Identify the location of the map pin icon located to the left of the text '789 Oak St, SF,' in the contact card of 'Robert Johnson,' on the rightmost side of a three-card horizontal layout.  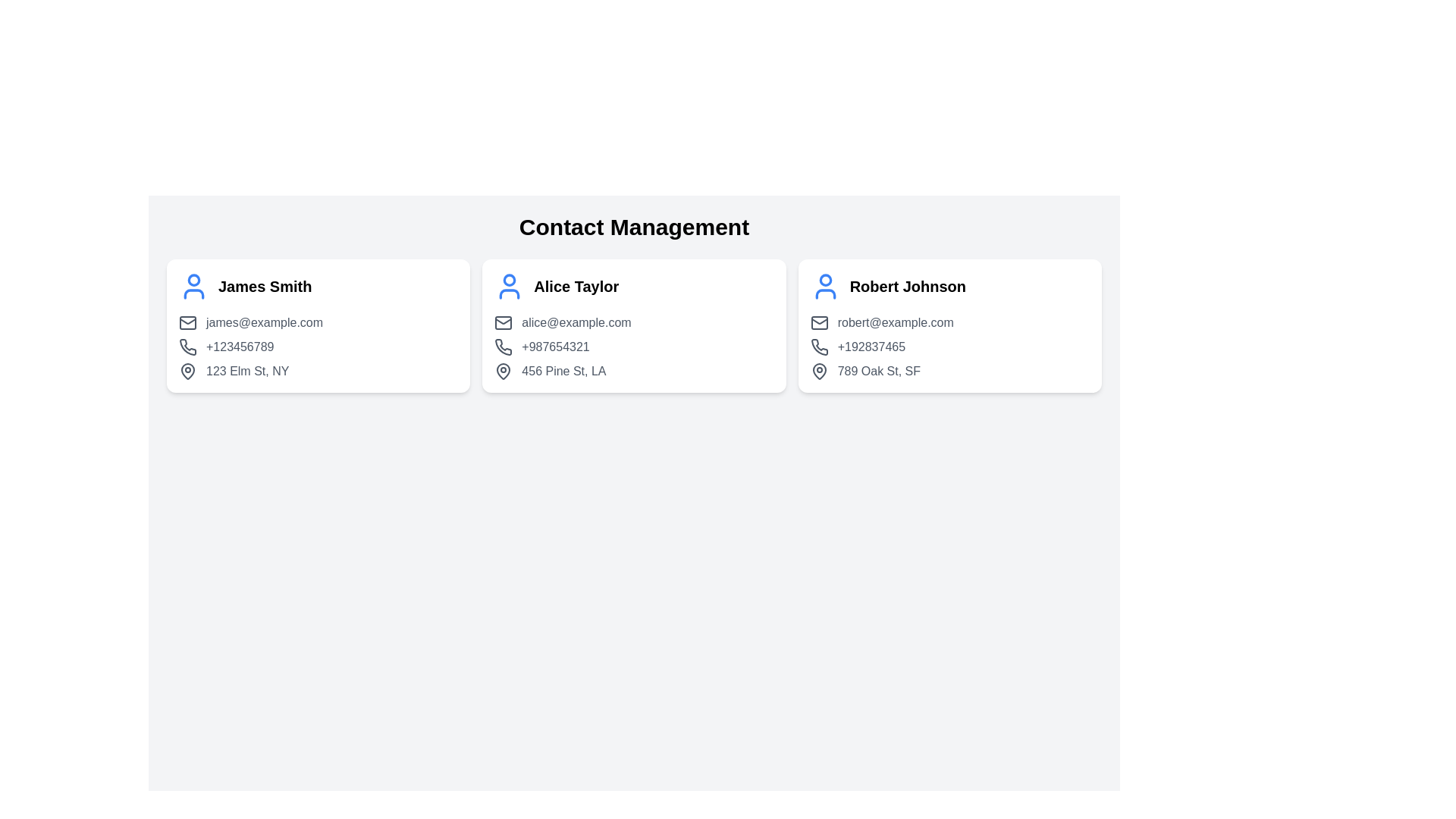
(818, 371).